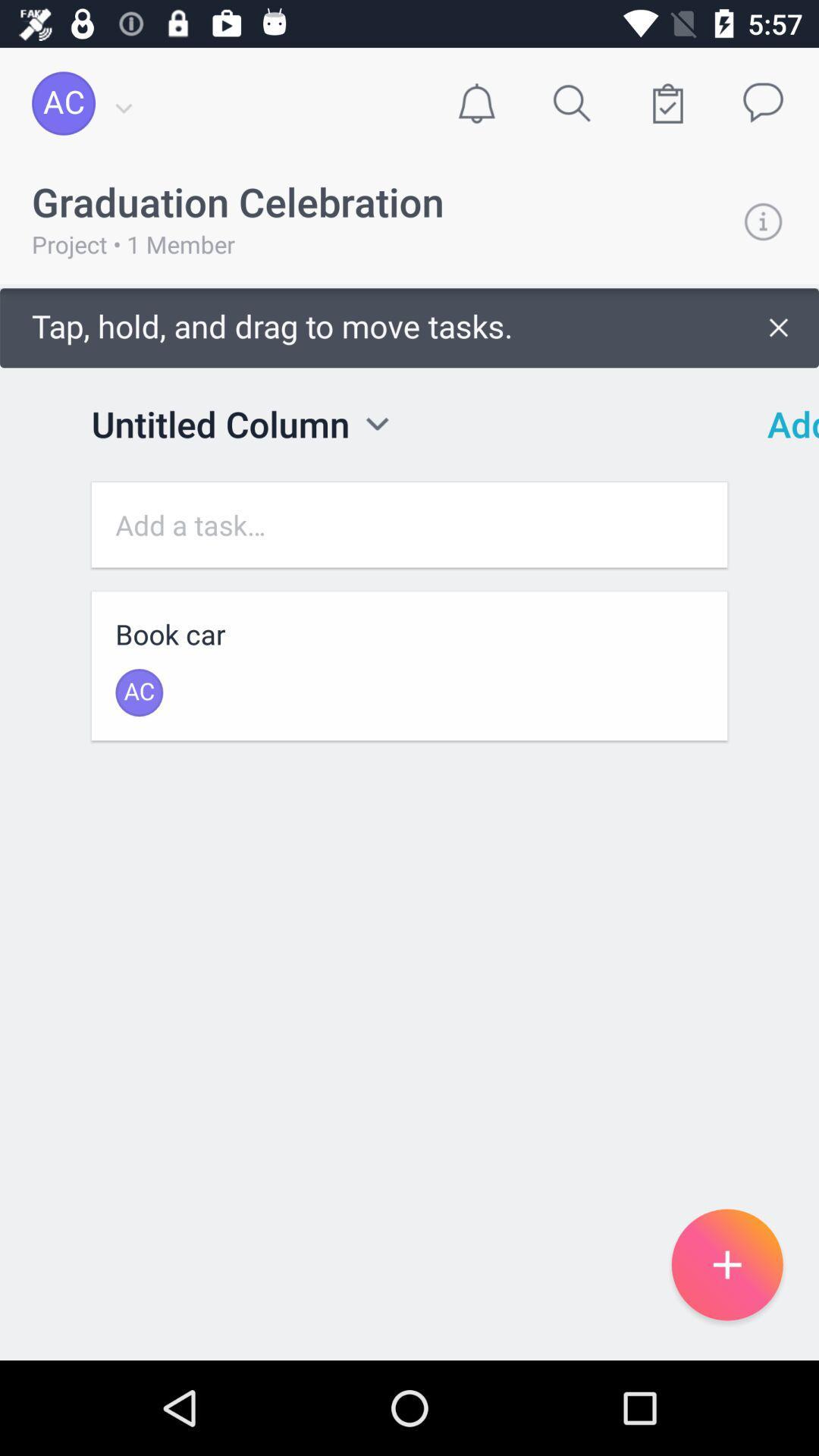 The image size is (819, 1456). Describe the element at coordinates (783, 424) in the screenshot. I see `item next to tap hold and item` at that location.